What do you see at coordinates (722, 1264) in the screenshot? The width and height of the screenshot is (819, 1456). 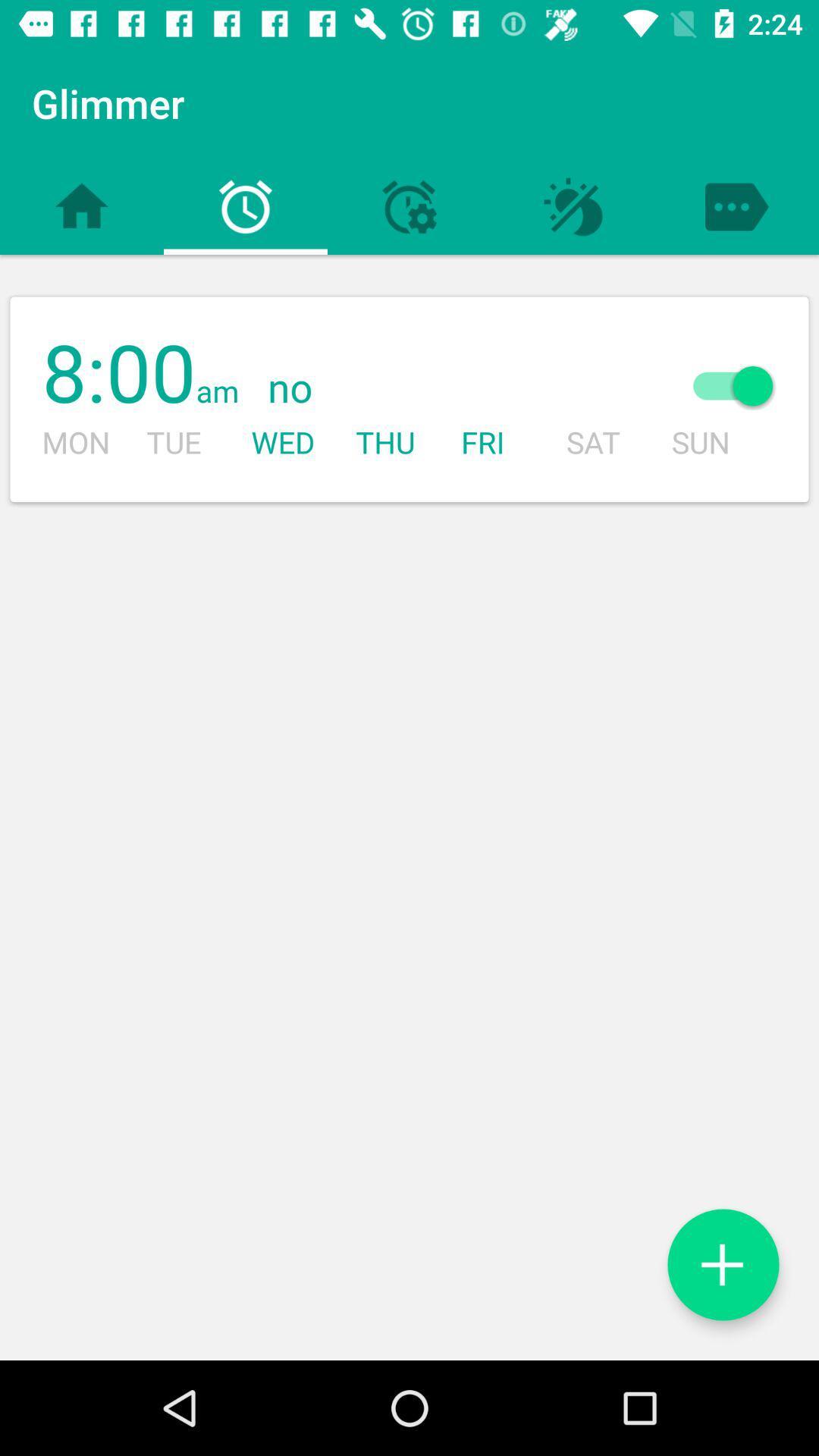 I see `the add icon` at bounding box center [722, 1264].